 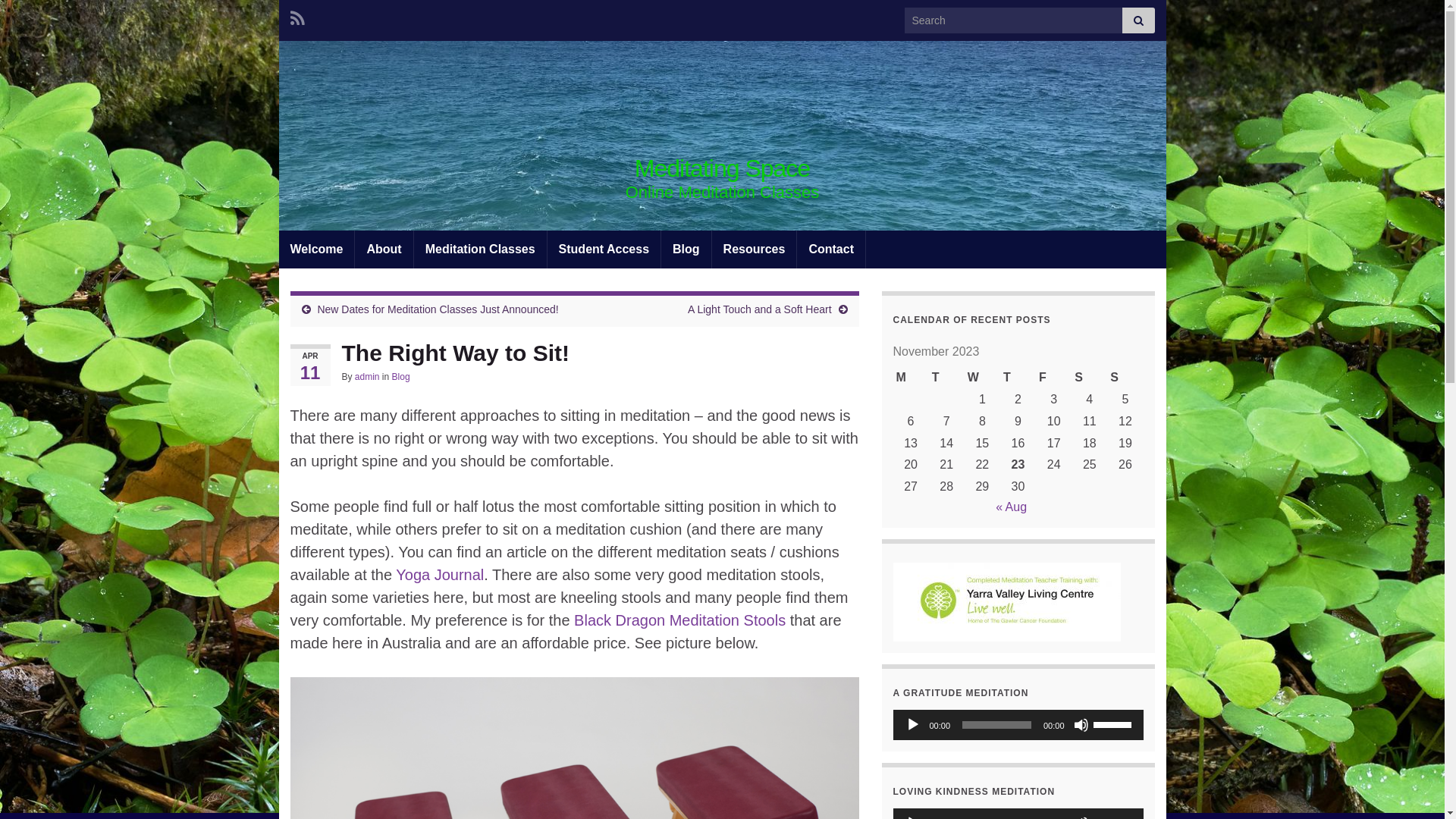 What do you see at coordinates (479, 248) in the screenshot?
I see `'Meditation Classes'` at bounding box center [479, 248].